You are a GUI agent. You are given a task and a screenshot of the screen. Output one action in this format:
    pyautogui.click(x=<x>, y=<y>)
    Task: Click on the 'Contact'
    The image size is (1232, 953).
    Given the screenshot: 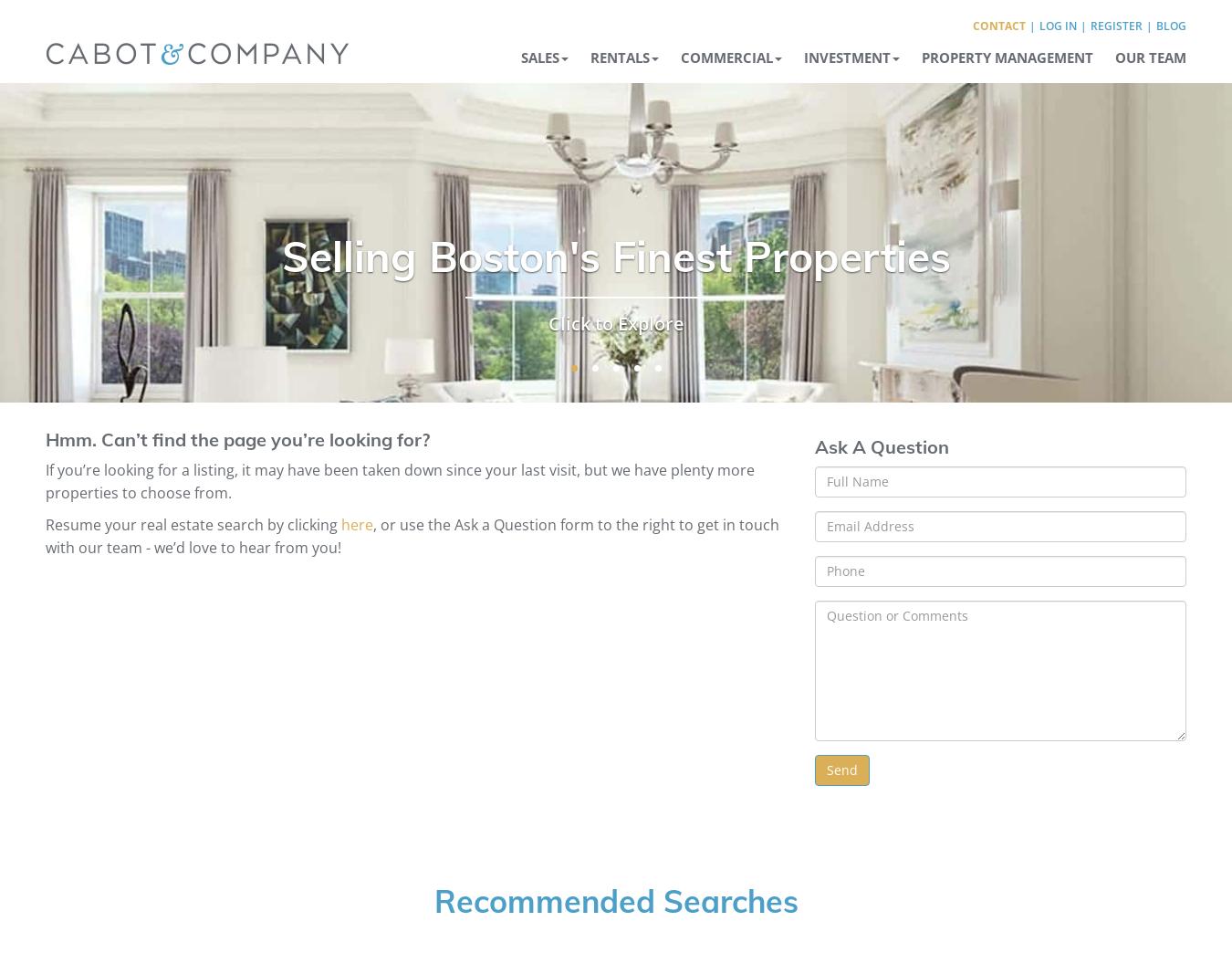 What is the action you would take?
    pyautogui.click(x=998, y=25)
    